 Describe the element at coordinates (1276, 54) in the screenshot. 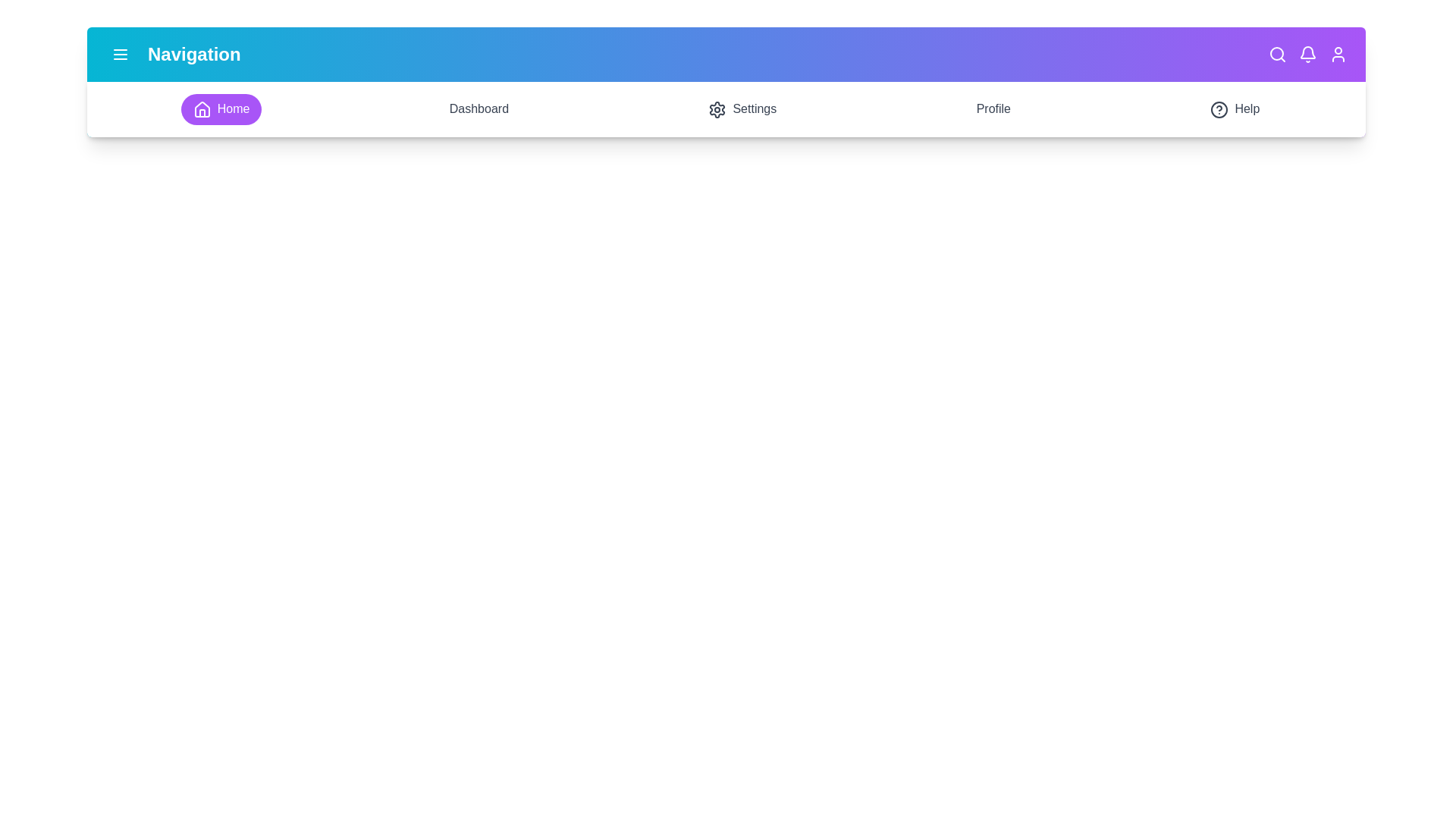

I see `the search icon in the navigation bar` at that location.